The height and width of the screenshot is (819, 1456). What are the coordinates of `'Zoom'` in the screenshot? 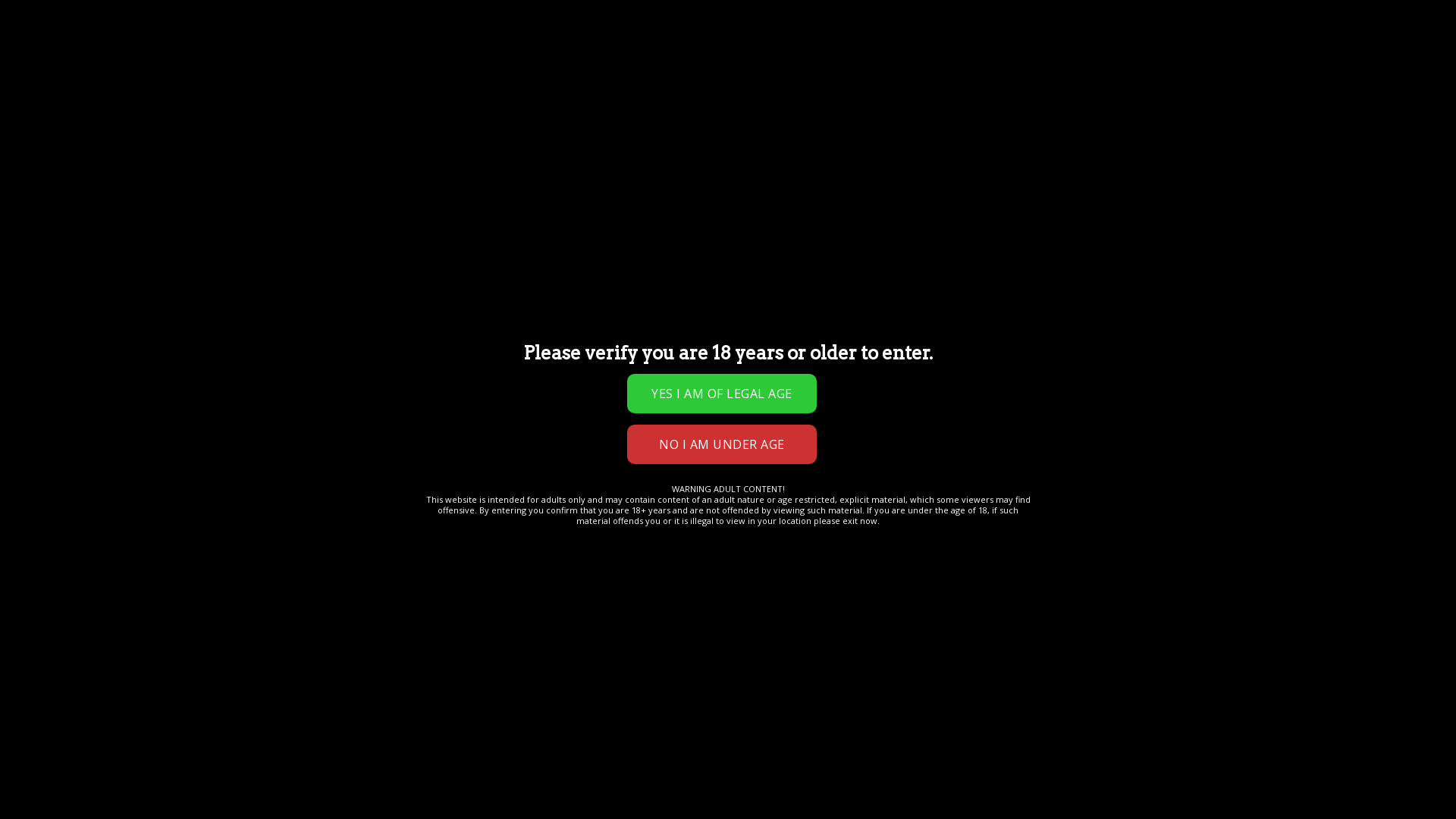 It's located at (201, 487).